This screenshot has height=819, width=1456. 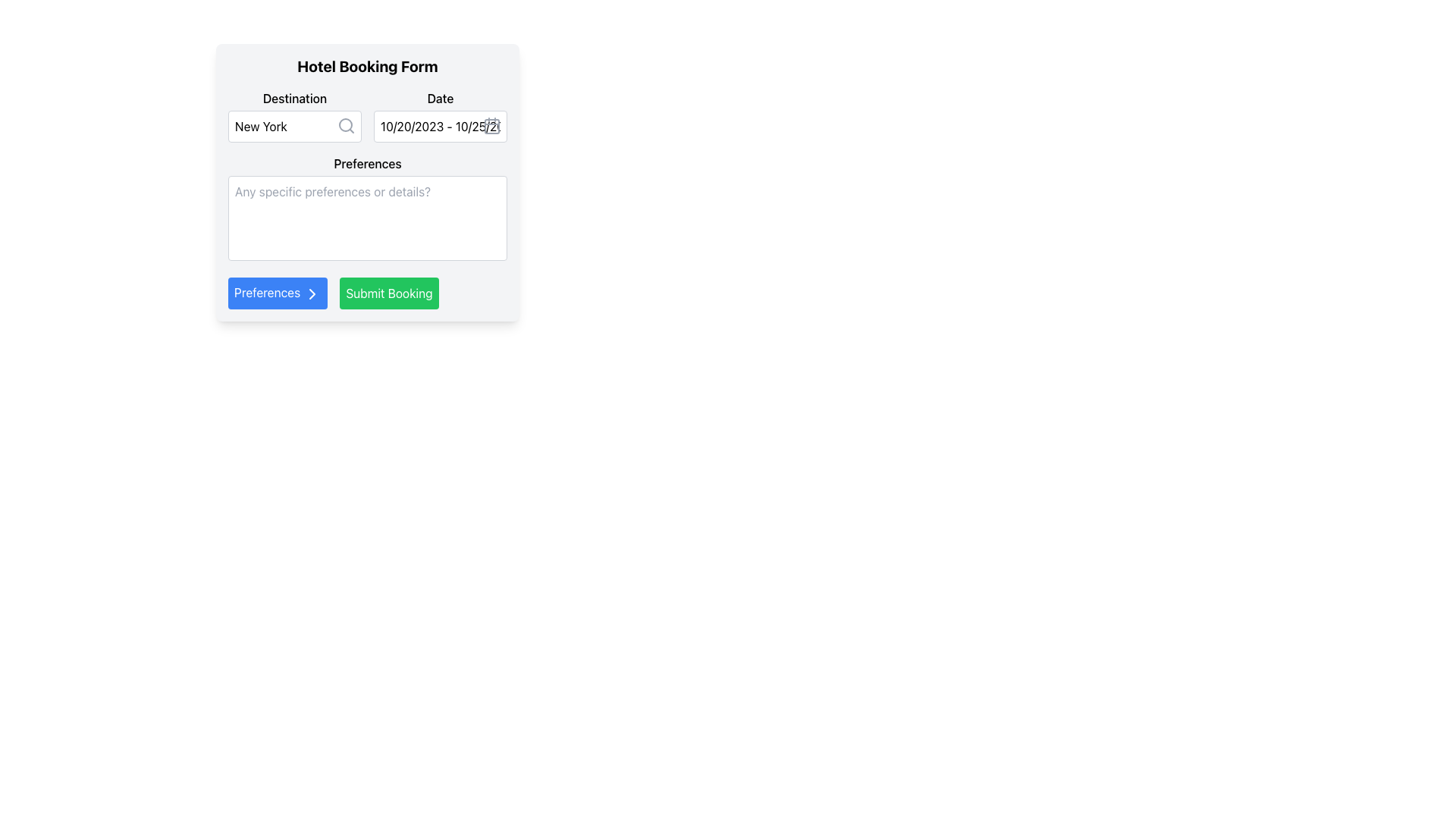 I want to click on the prominent heading text label reading 'Hotel Booking Form', which is styled in bold, extra-large font and positioned at the top of the form interface, so click(x=367, y=66).